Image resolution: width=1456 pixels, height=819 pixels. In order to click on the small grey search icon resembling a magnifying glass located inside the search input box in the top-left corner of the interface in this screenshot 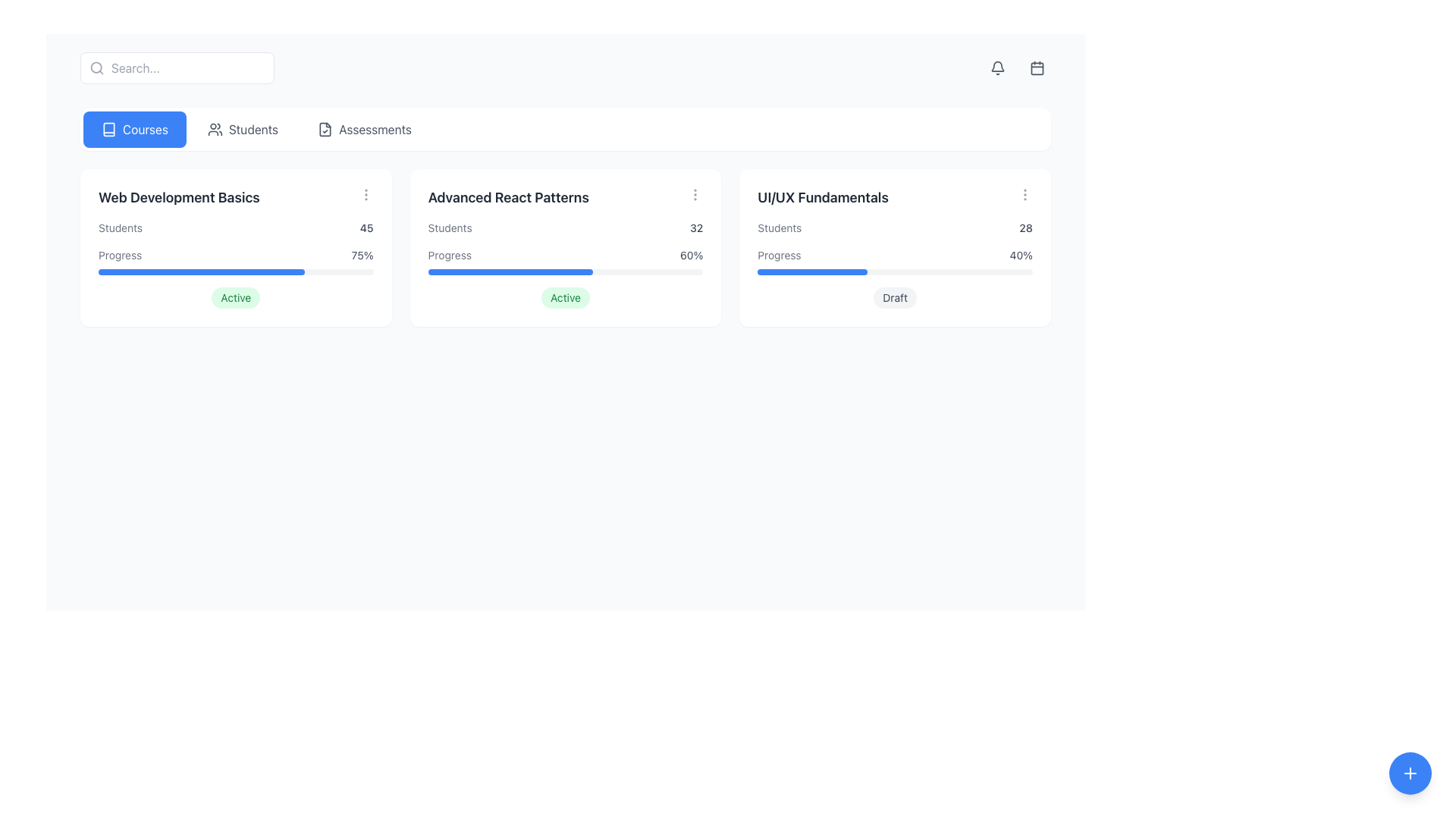, I will do `click(96, 67)`.